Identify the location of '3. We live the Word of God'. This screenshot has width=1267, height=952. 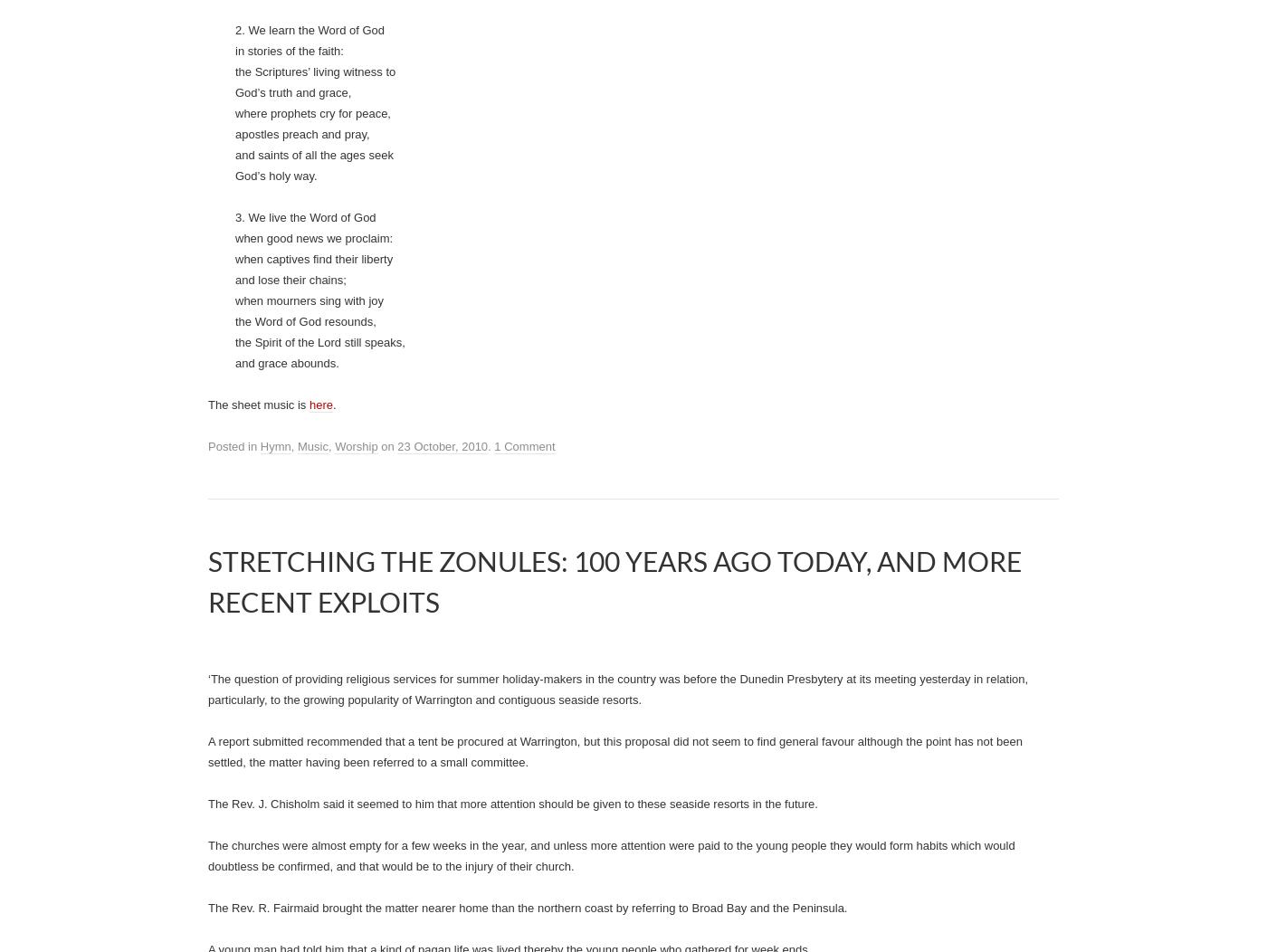
(234, 911).